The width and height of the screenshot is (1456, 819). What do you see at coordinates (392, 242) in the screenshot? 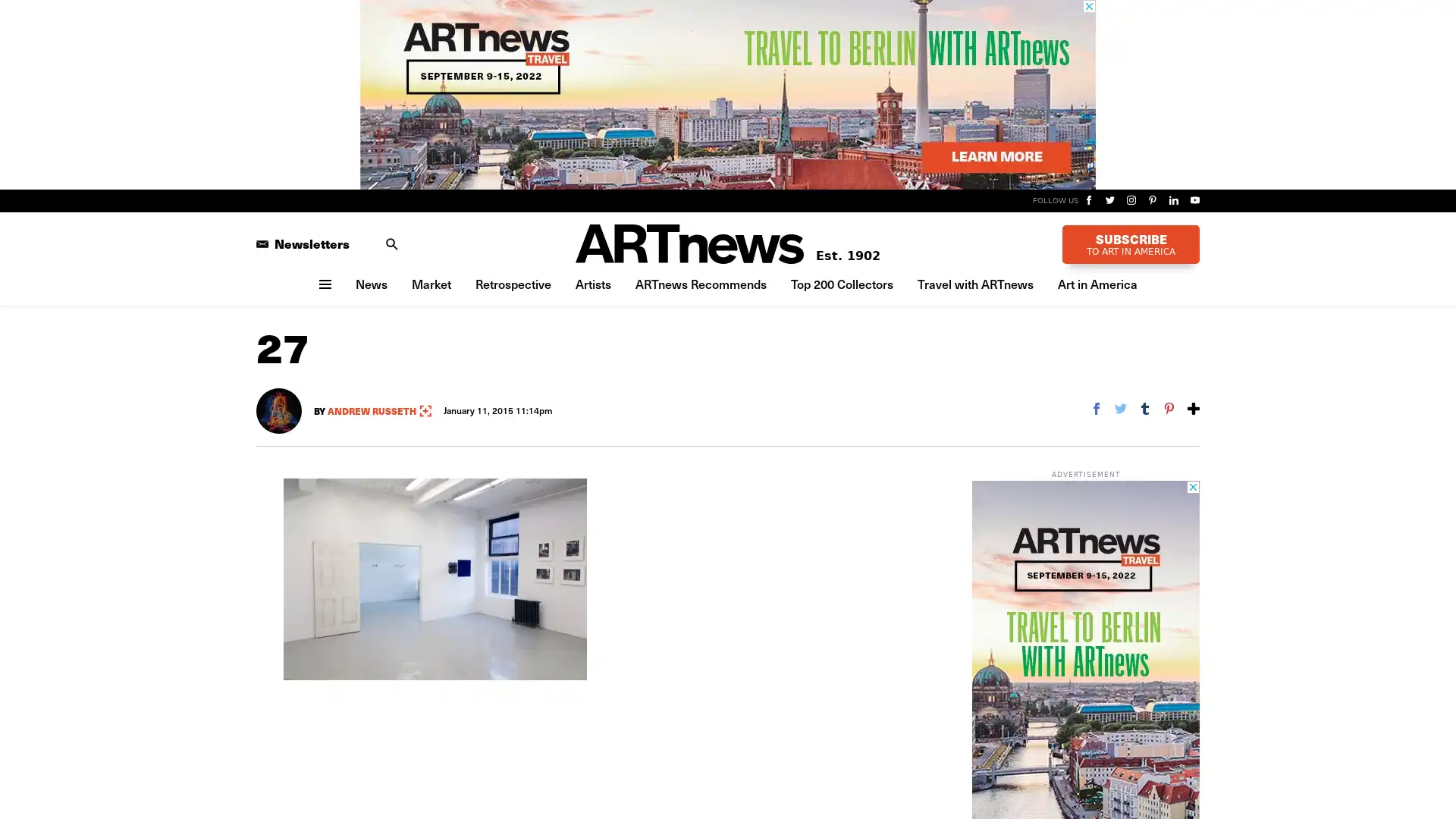
I see `Plus Icon Click to Expand Search Input` at bounding box center [392, 242].